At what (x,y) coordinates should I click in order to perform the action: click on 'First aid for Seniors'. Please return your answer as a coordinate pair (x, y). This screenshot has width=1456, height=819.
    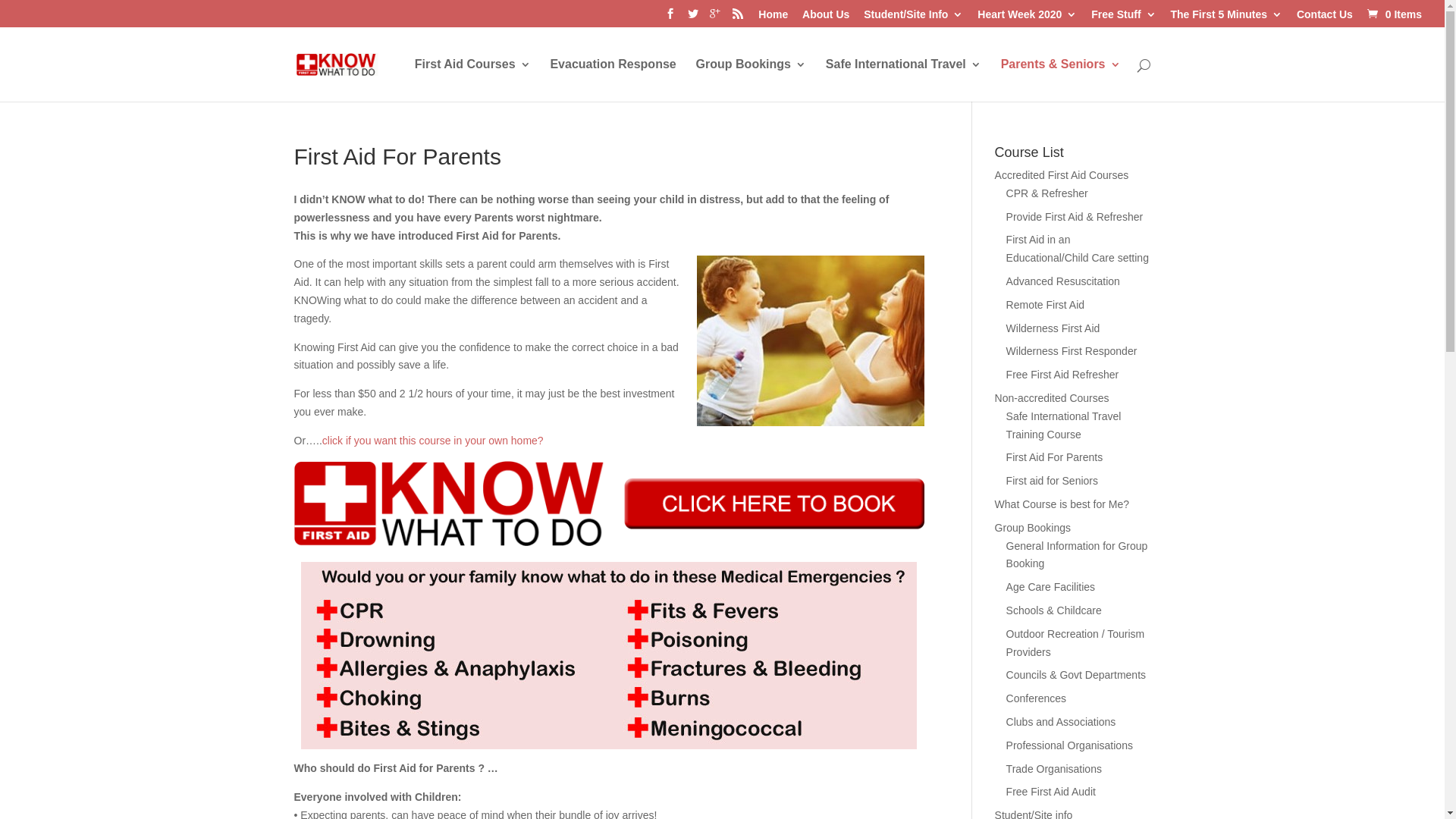
    Looking at the image, I should click on (1051, 480).